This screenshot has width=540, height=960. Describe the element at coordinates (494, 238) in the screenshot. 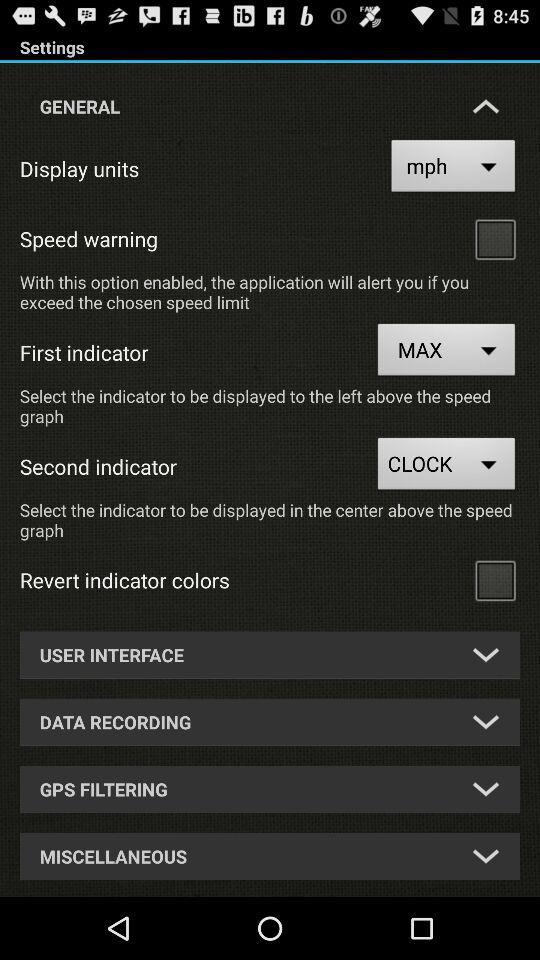

I see `speedwarning` at that location.